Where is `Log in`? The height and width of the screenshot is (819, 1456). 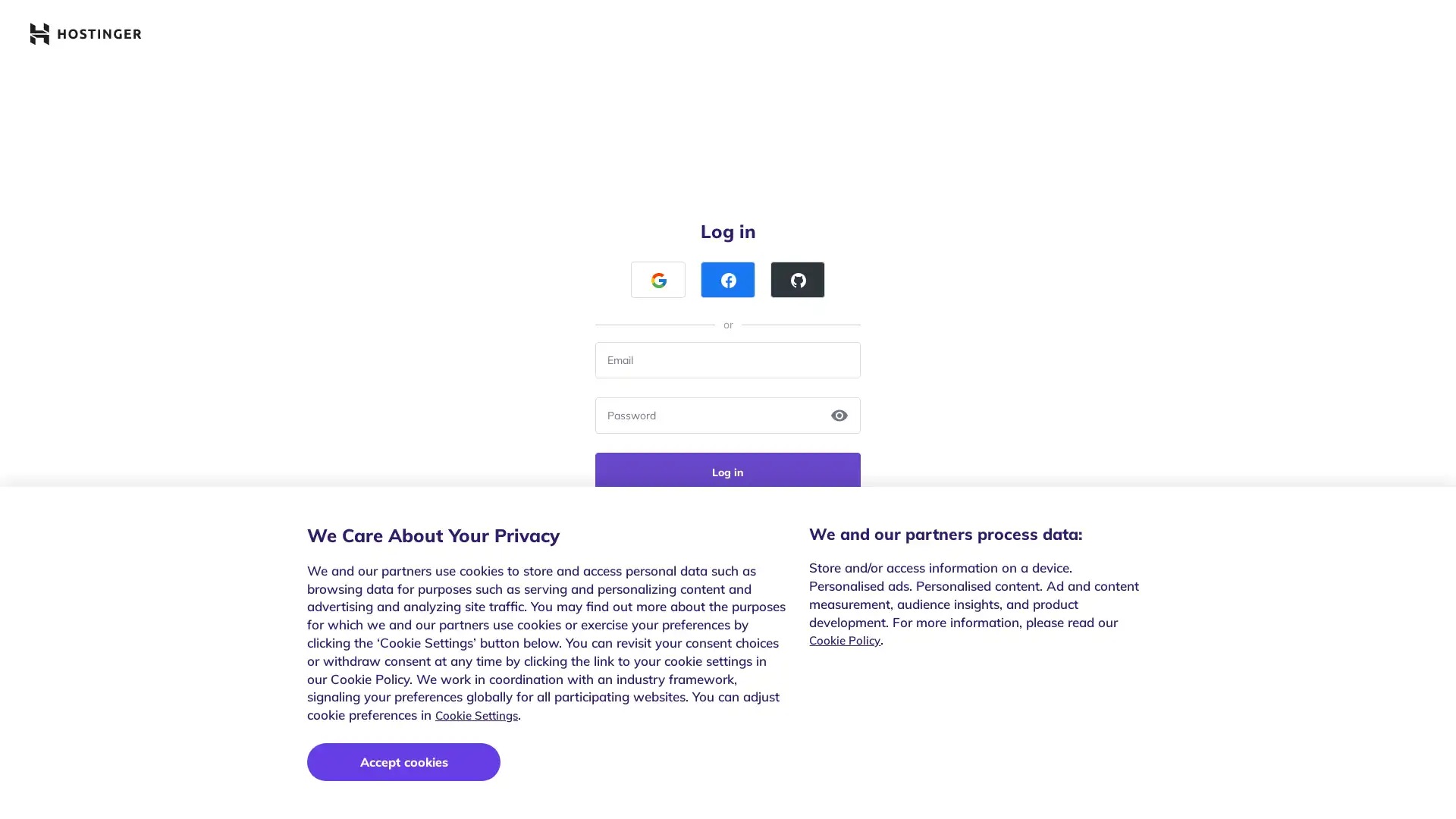 Log in is located at coordinates (728, 471).